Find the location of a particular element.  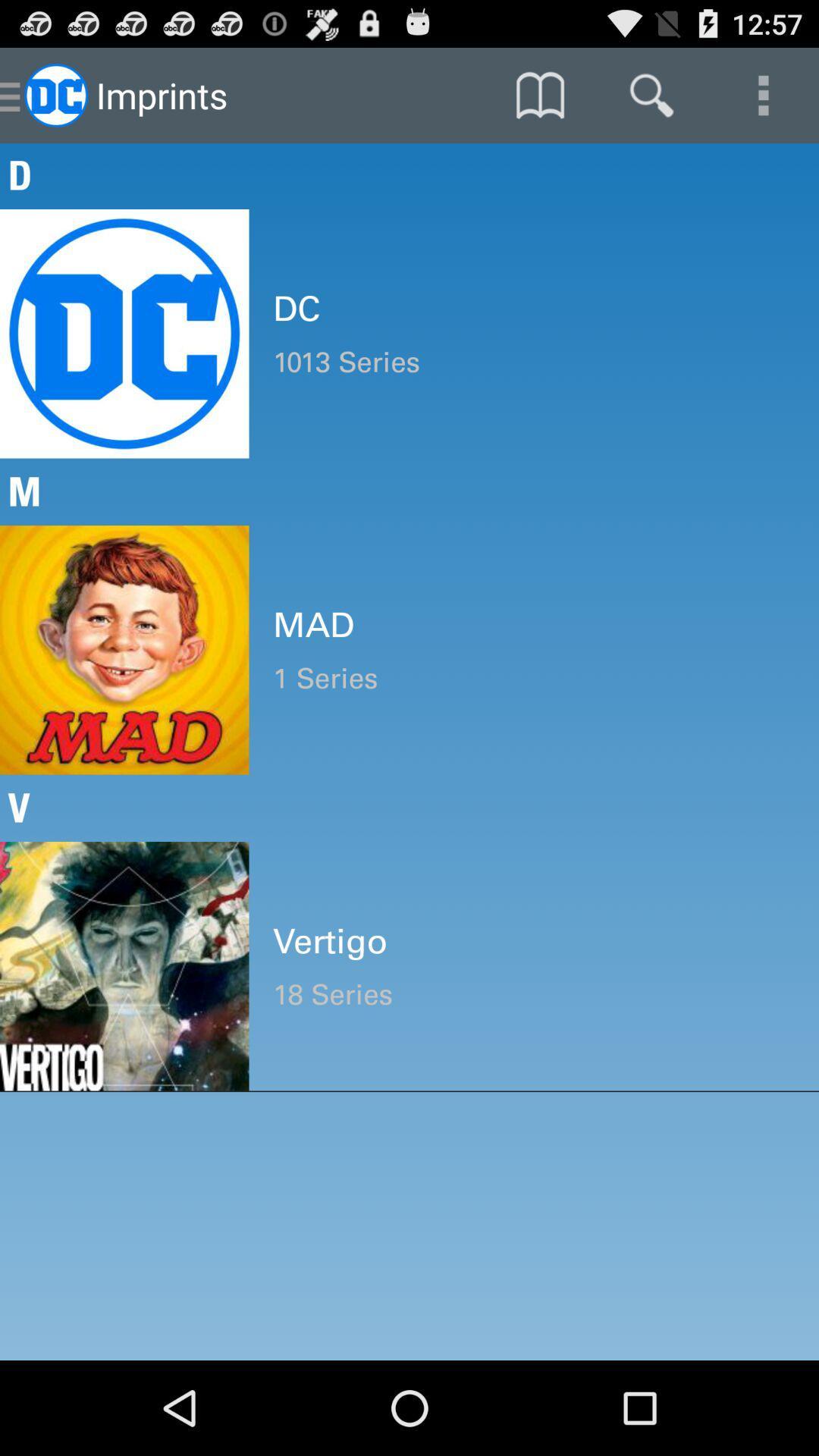

item below dc is located at coordinates (533, 361).